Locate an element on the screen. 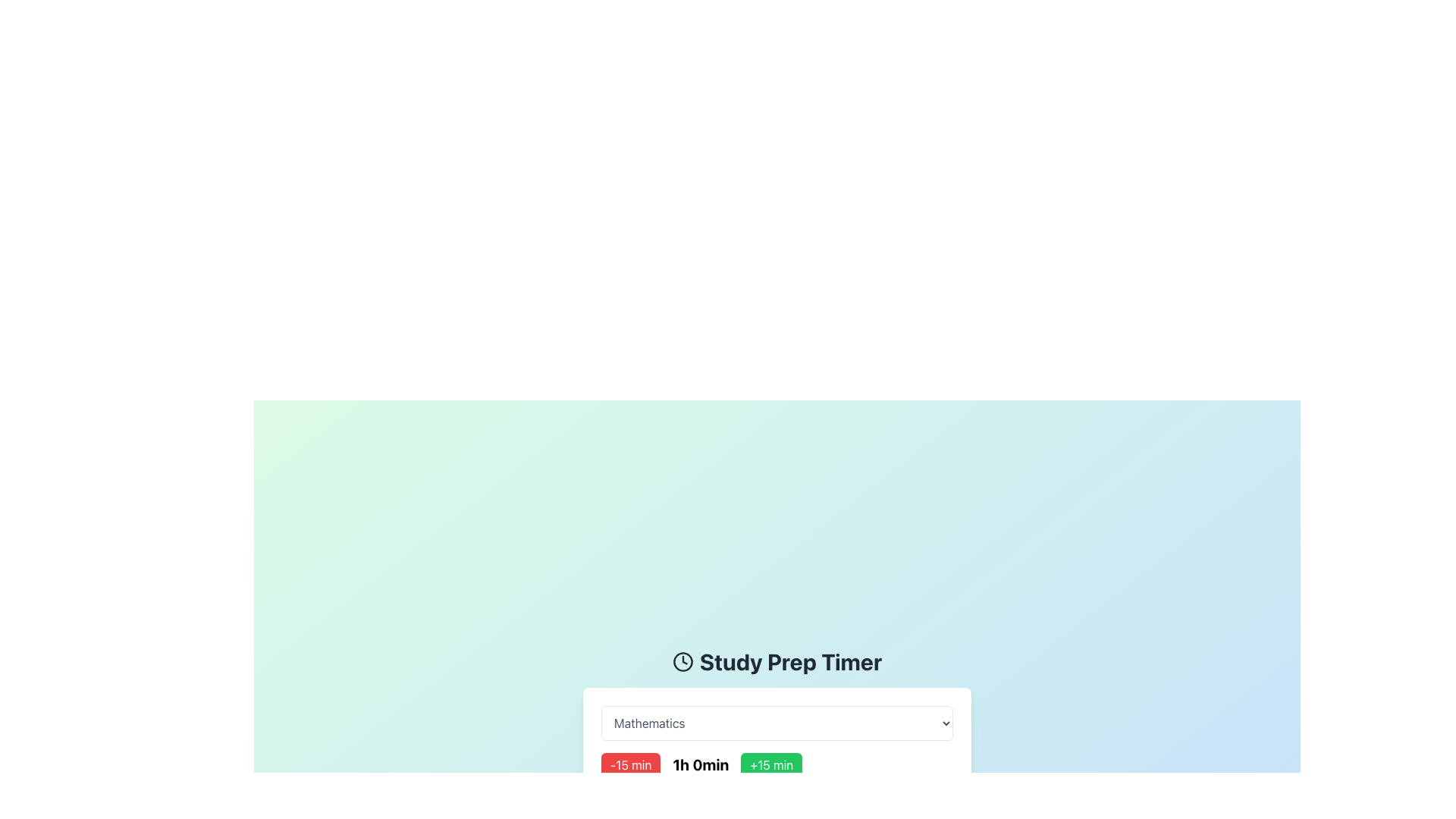 This screenshot has width=1456, height=819. the clock face represented by the SVG circle element located at the center of the clock icon, which is to the left of the title 'Study Prep Timer' is located at coordinates (682, 661).